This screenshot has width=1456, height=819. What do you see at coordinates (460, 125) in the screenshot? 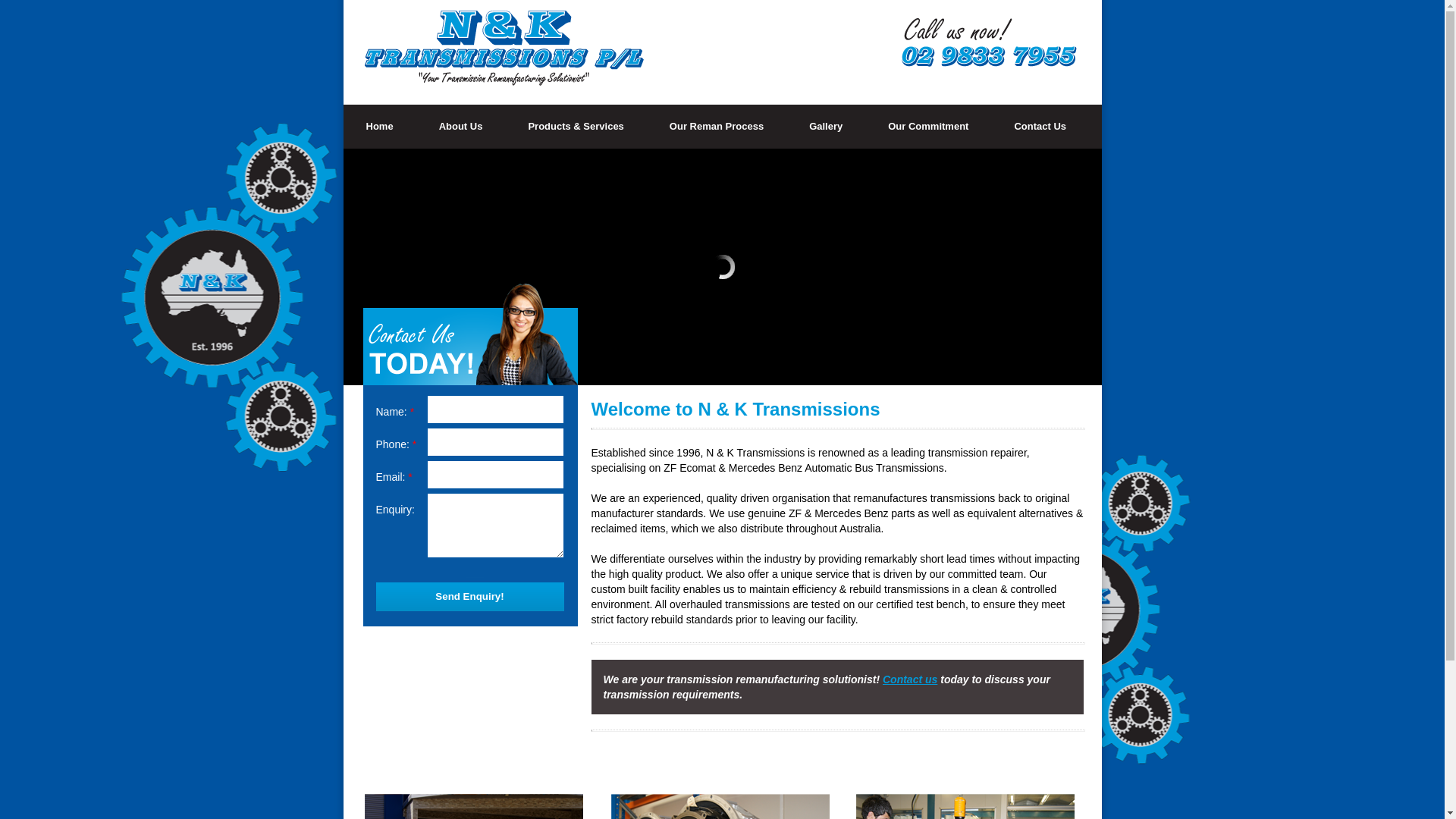
I see `'About Us'` at bounding box center [460, 125].